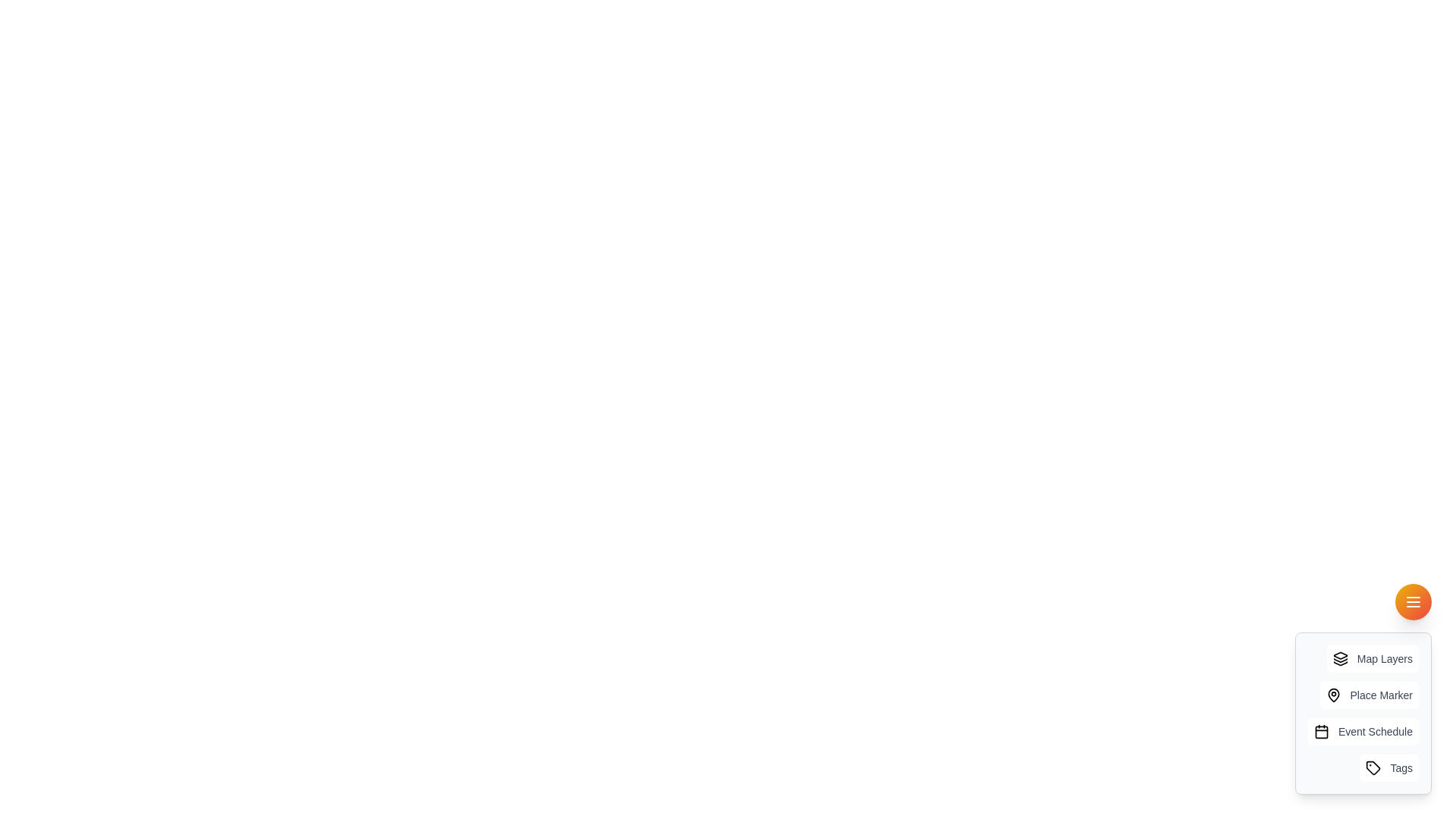  I want to click on the 'Tags' item in the AdvancedUtilitySpeedDial component, so click(1389, 768).